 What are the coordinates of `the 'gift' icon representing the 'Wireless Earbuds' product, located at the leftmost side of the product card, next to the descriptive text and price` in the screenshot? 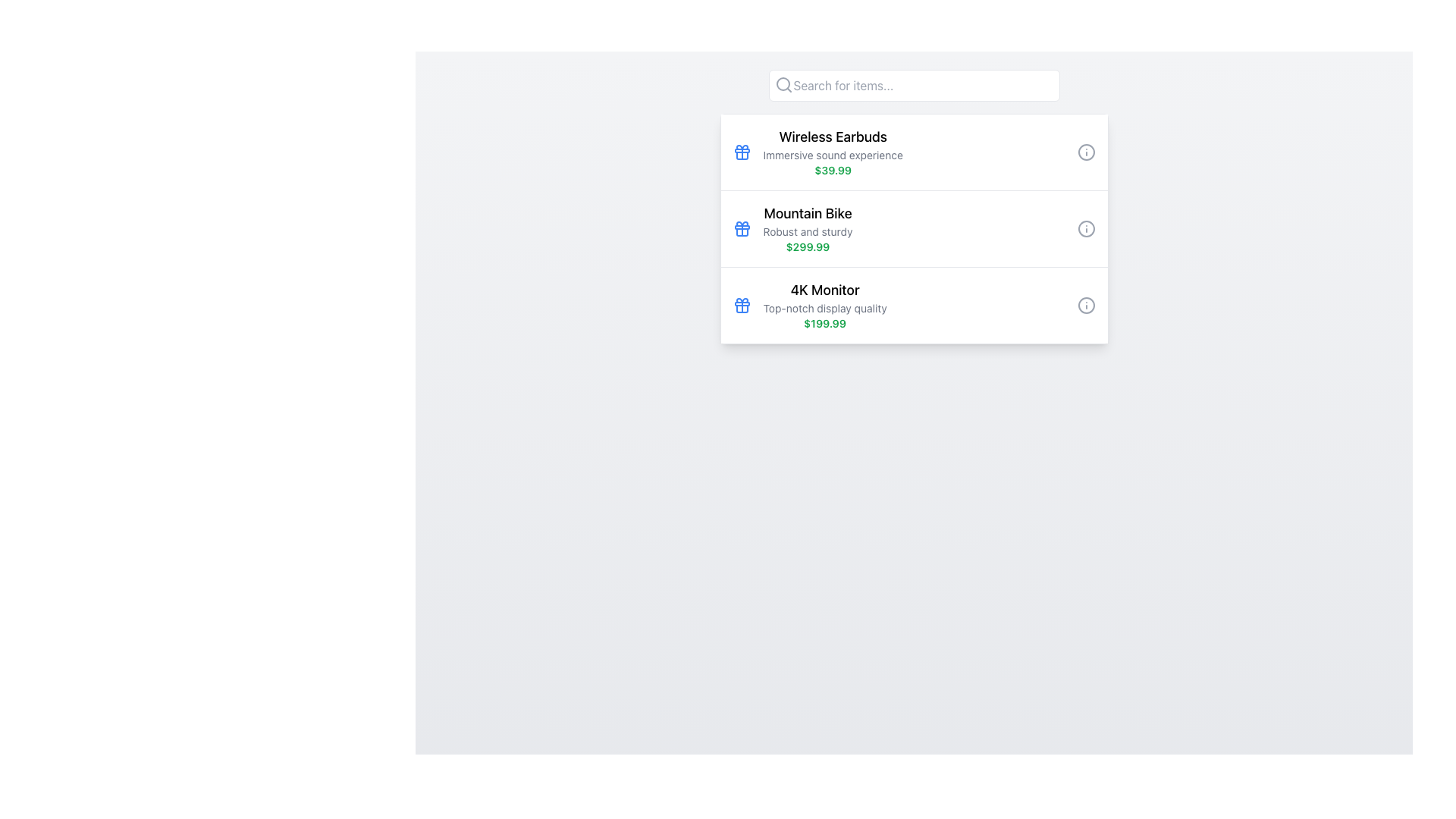 It's located at (742, 152).